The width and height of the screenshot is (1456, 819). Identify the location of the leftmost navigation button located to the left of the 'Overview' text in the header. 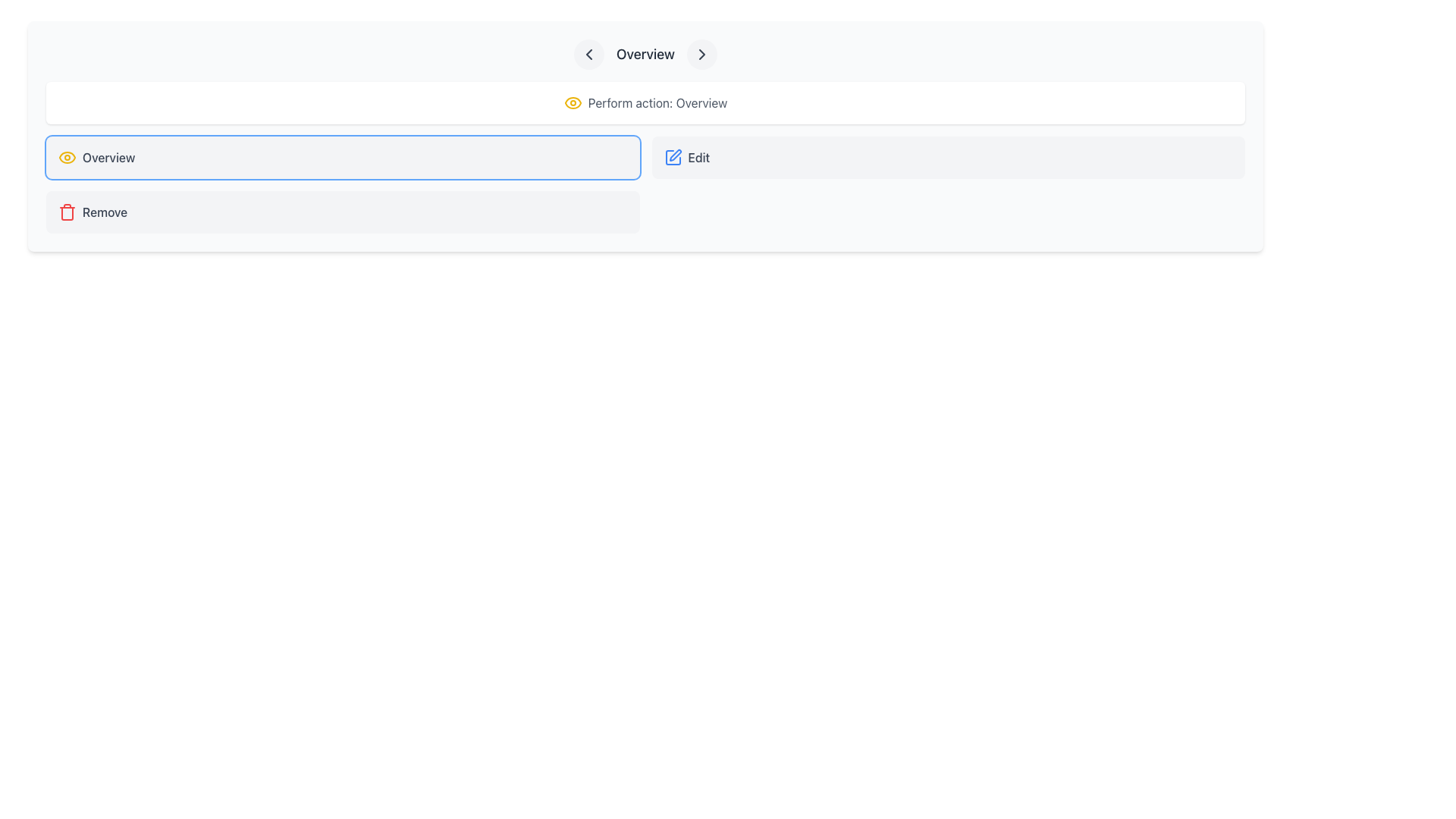
(588, 54).